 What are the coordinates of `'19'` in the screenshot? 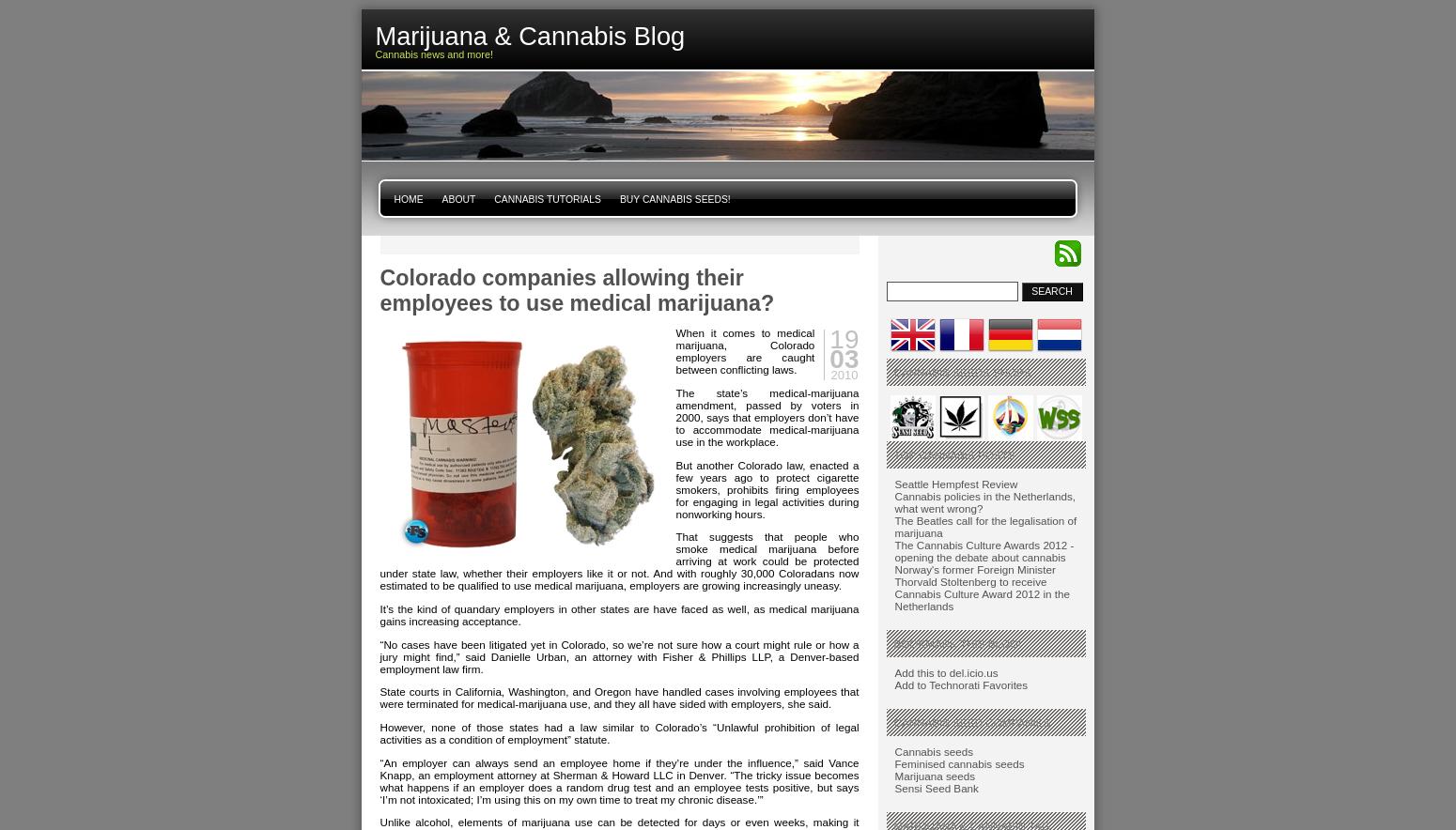 It's located at (844, 337).